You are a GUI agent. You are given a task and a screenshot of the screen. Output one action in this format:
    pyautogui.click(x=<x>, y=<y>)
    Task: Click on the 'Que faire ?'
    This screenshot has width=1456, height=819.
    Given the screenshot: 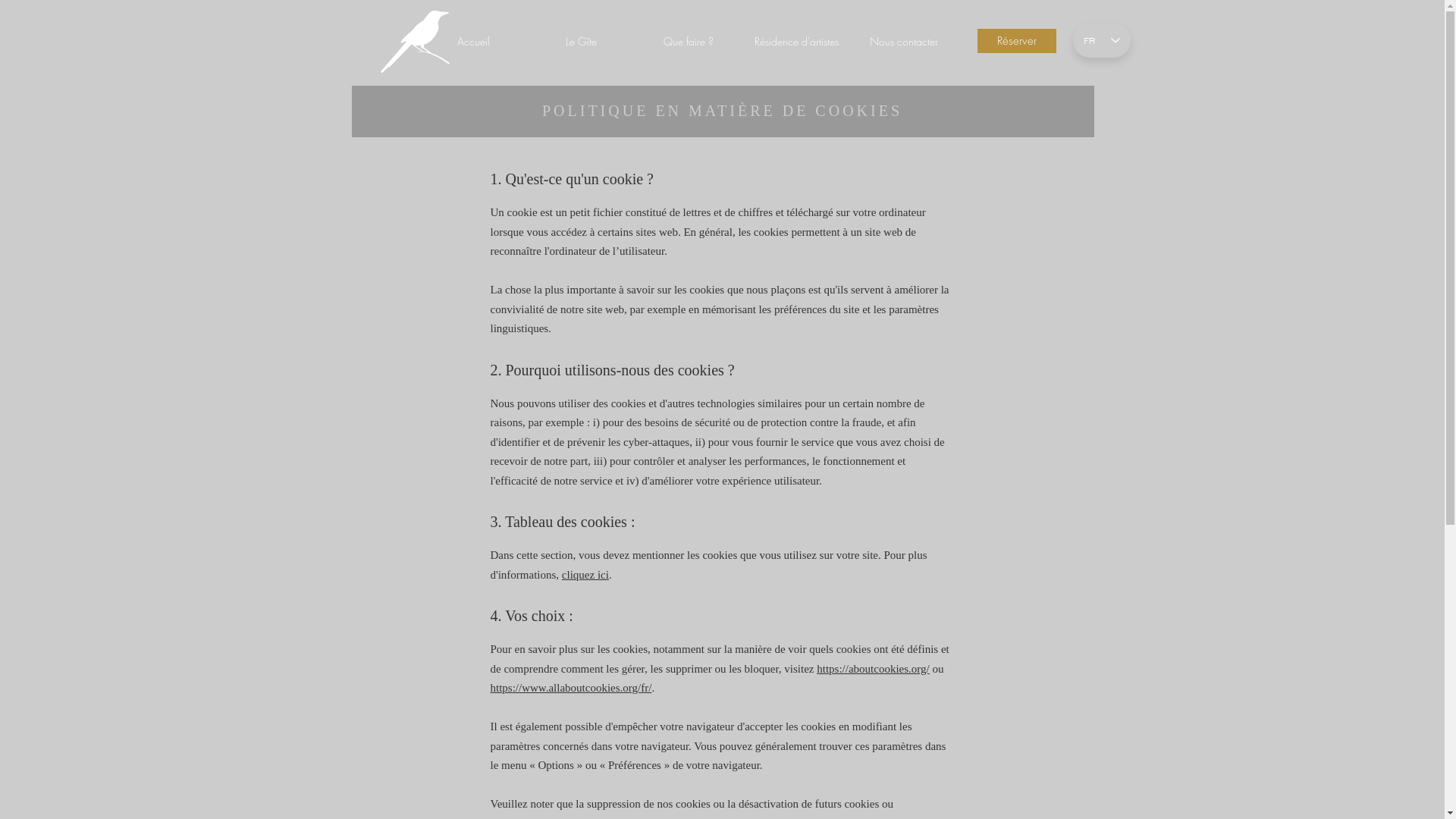 What is the action you would take?
    pyautogui.click(x=687, y=40)
    